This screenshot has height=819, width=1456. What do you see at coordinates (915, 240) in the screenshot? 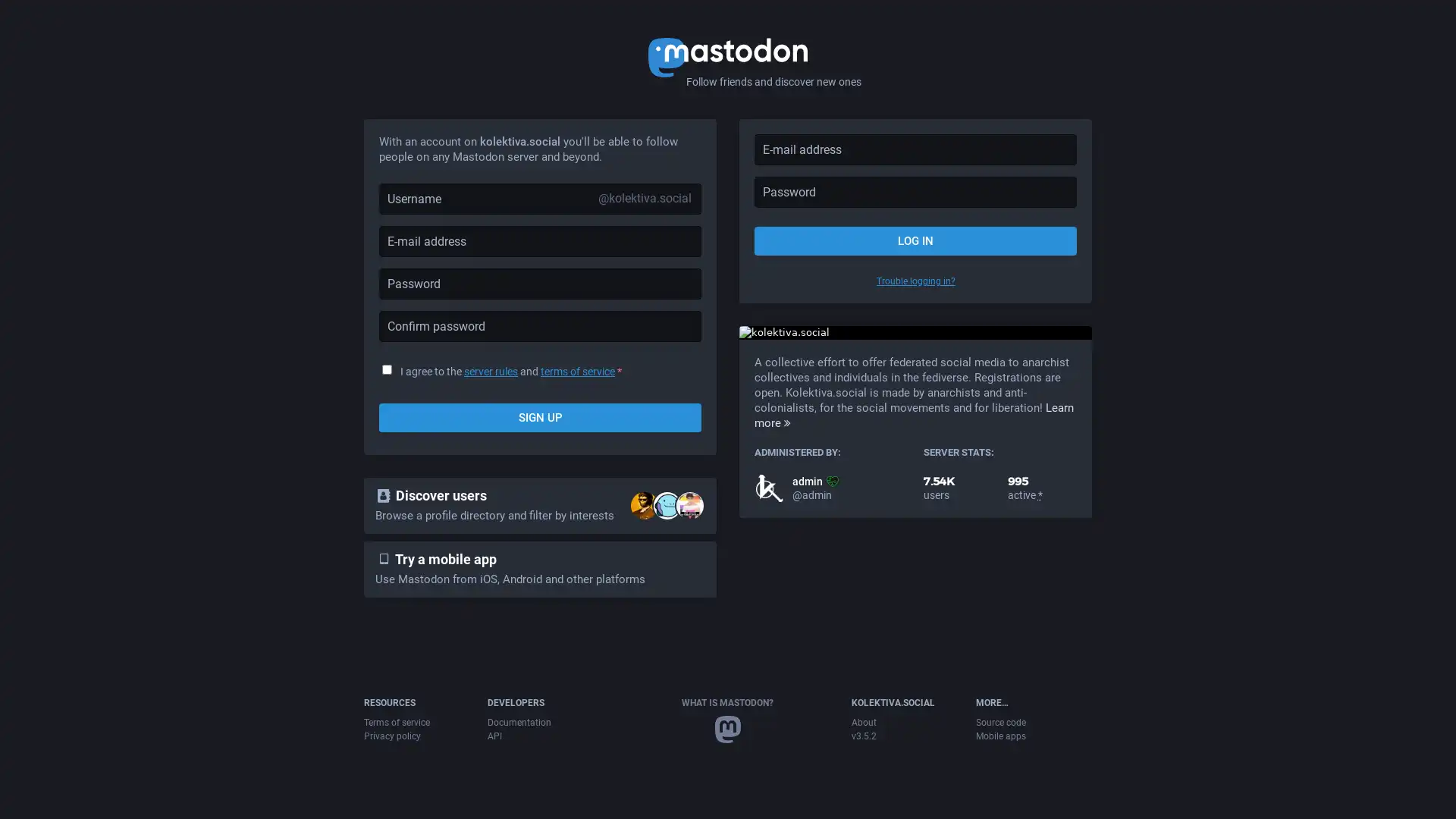
I see `LOG IN` at bounding box center [915, 240].